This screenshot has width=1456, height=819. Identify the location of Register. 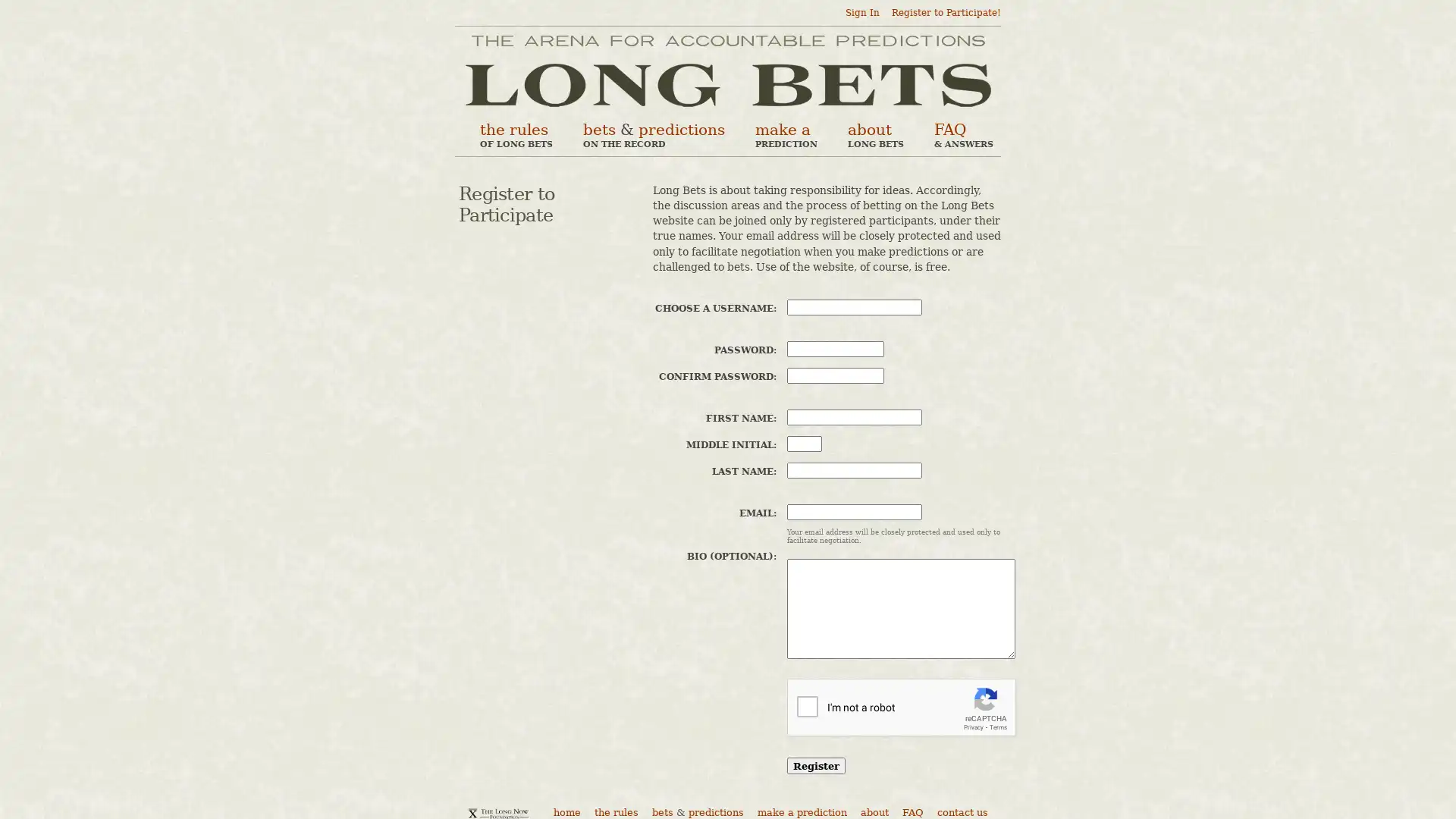
(815, 766).